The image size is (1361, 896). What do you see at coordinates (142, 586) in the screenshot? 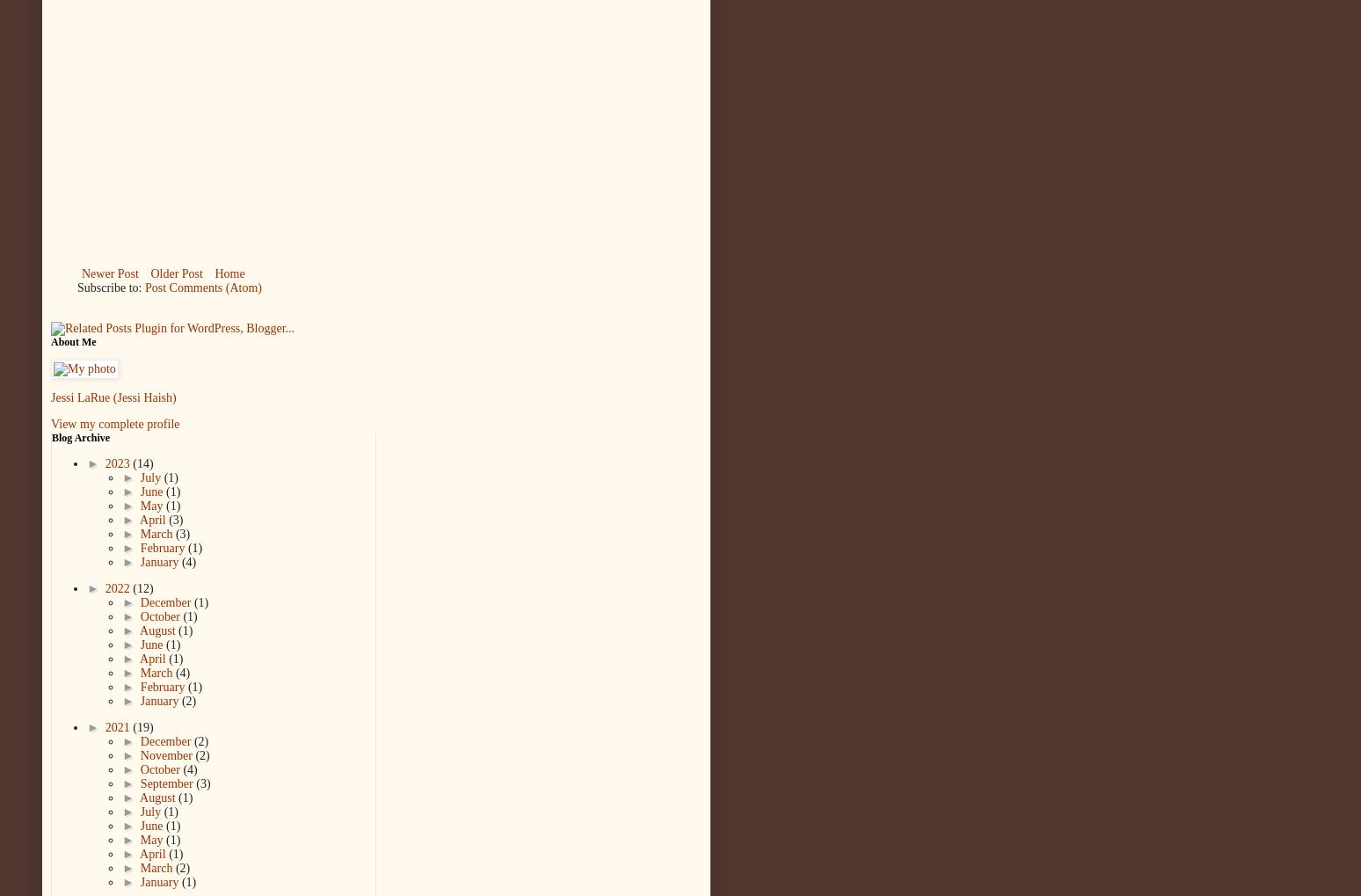
I see `'(12)'` at bounding box center [142, 586].